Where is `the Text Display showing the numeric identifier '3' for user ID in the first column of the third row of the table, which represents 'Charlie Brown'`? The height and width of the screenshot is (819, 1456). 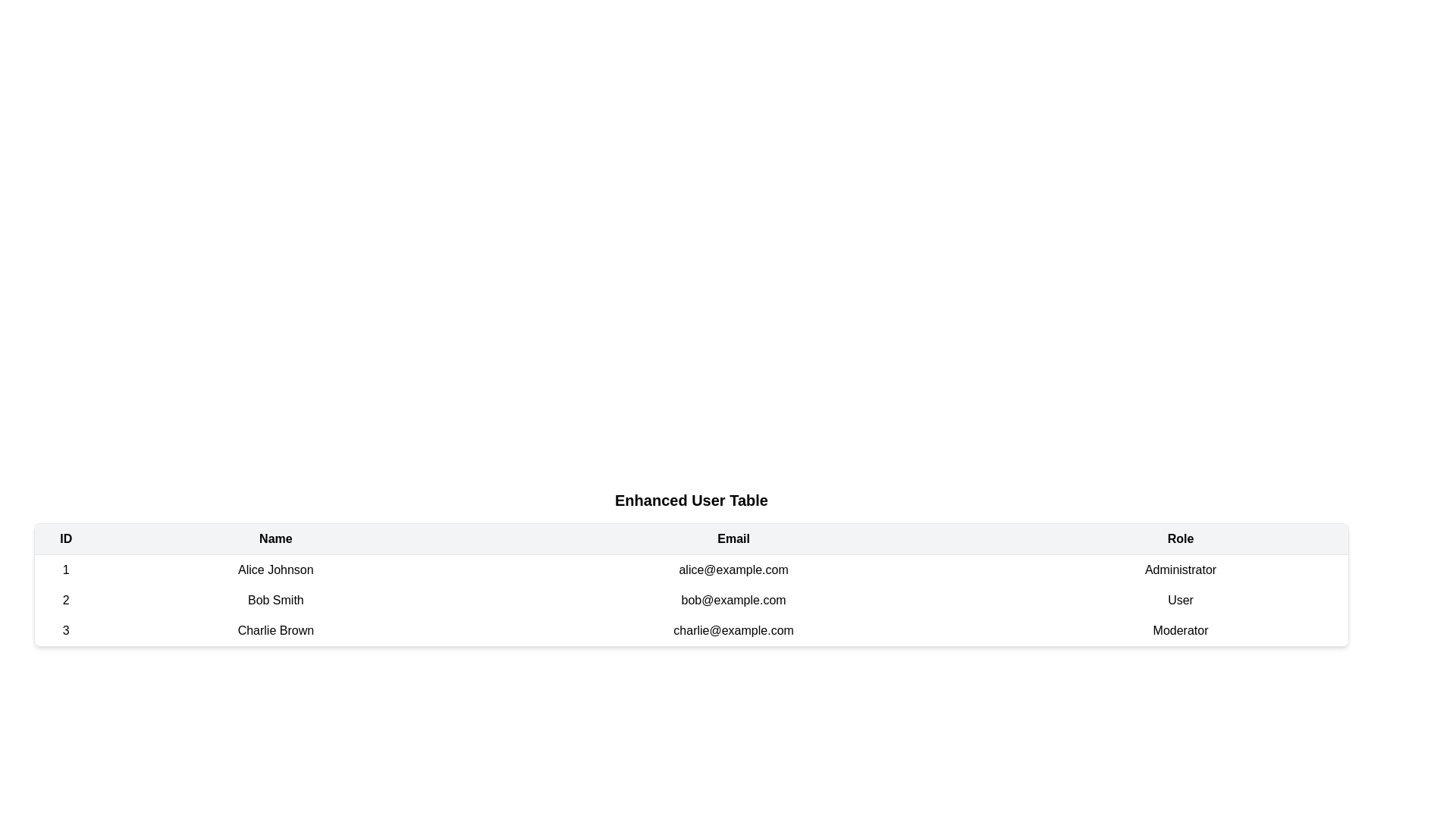
the Text Display showing the numeric identifier '3' for user ID in the first column of the third row of the table, which represents 'Charlie Brown' is located at coordinates (65, 631).